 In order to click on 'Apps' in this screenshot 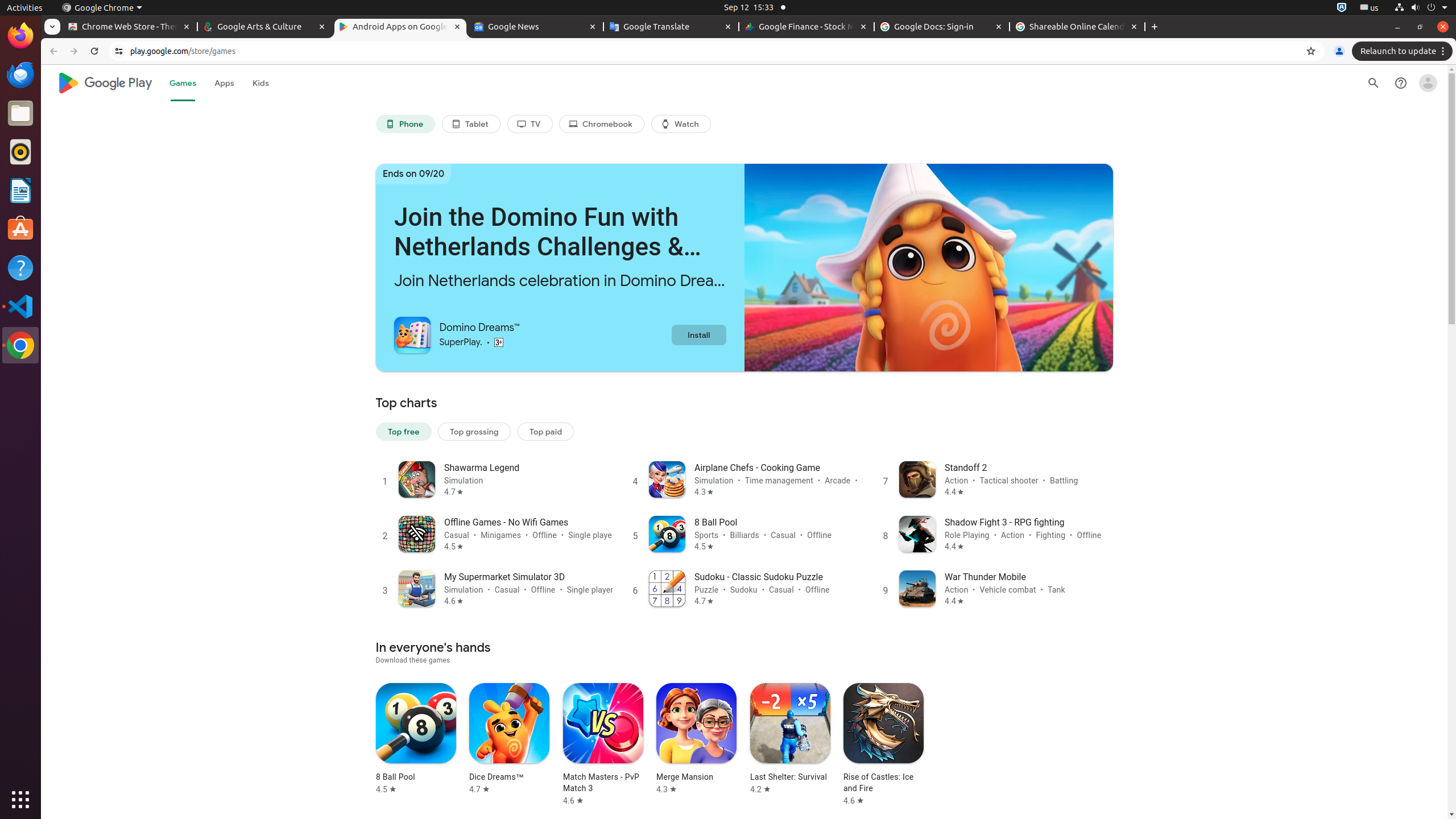, I will do `click(223, 82)`.